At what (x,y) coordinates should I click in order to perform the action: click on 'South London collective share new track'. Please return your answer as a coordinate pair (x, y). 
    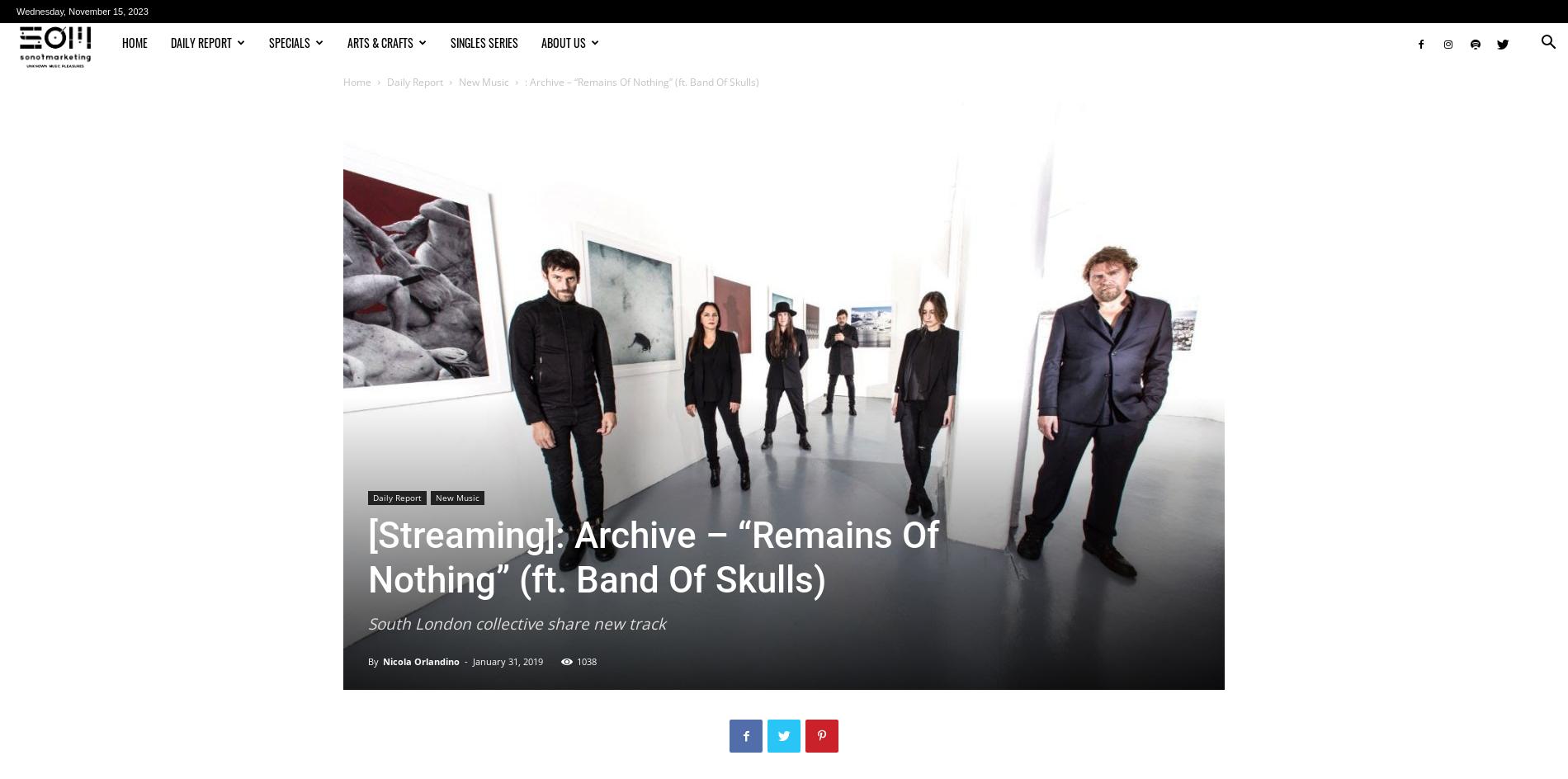
    Looking at the image, I should click on (517, 623).